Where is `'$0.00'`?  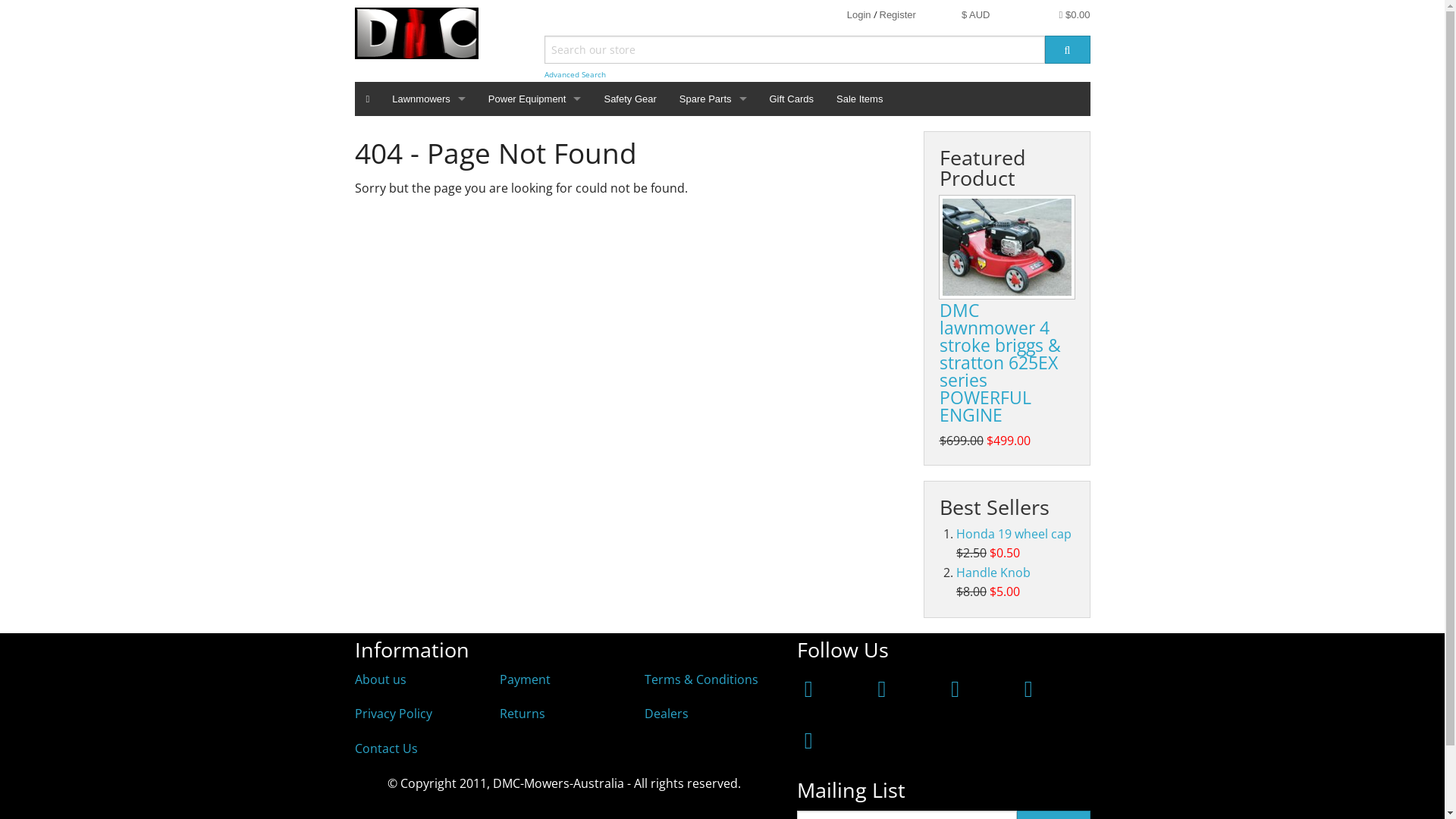 '$0.00' is located at coordinates (1074, 14).